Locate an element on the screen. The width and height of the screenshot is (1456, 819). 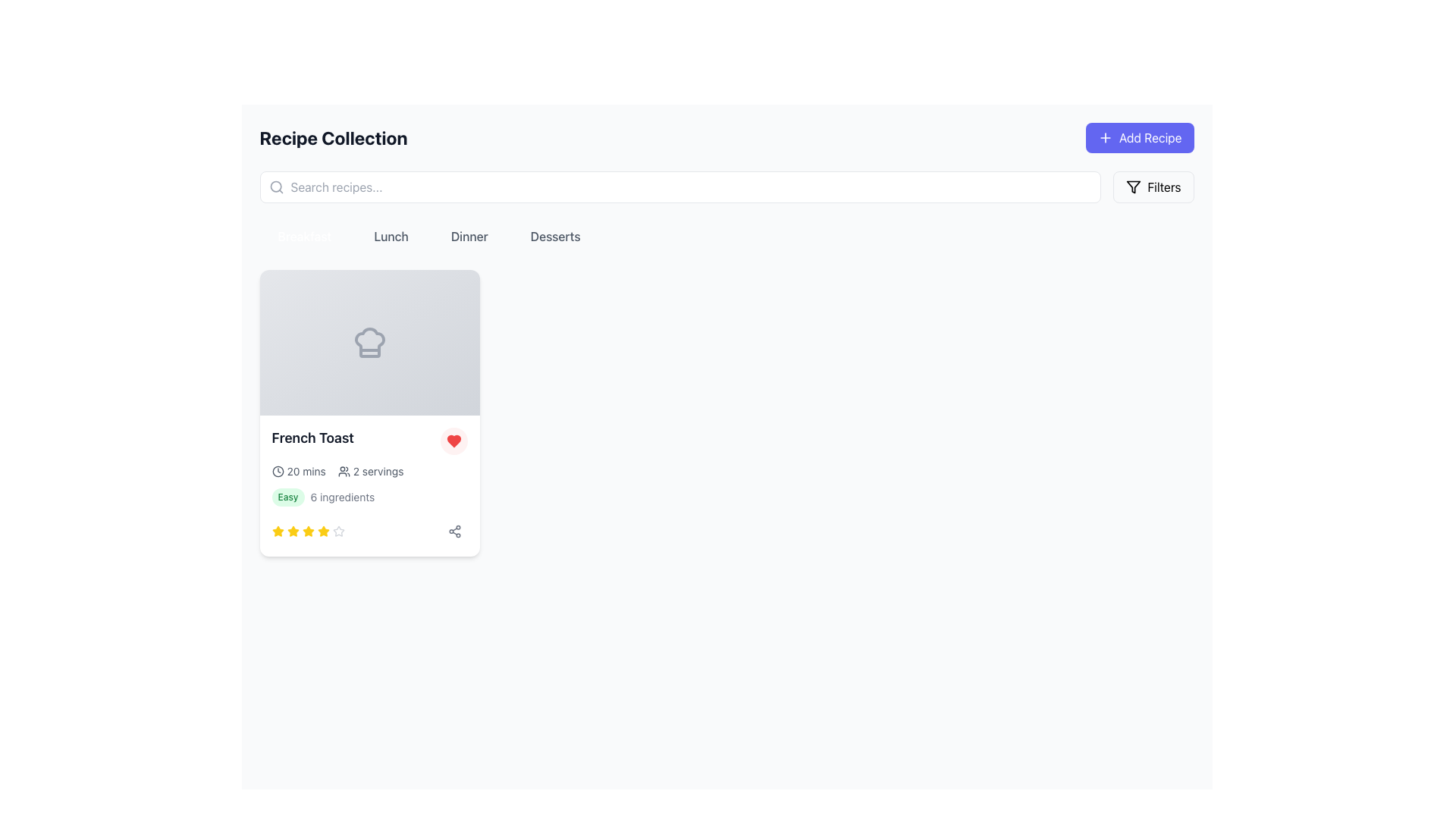
the informational icons that display the preparation time and serving information for the 'French Toast' recipe, located below the heading is located at coordinates (369, 470).